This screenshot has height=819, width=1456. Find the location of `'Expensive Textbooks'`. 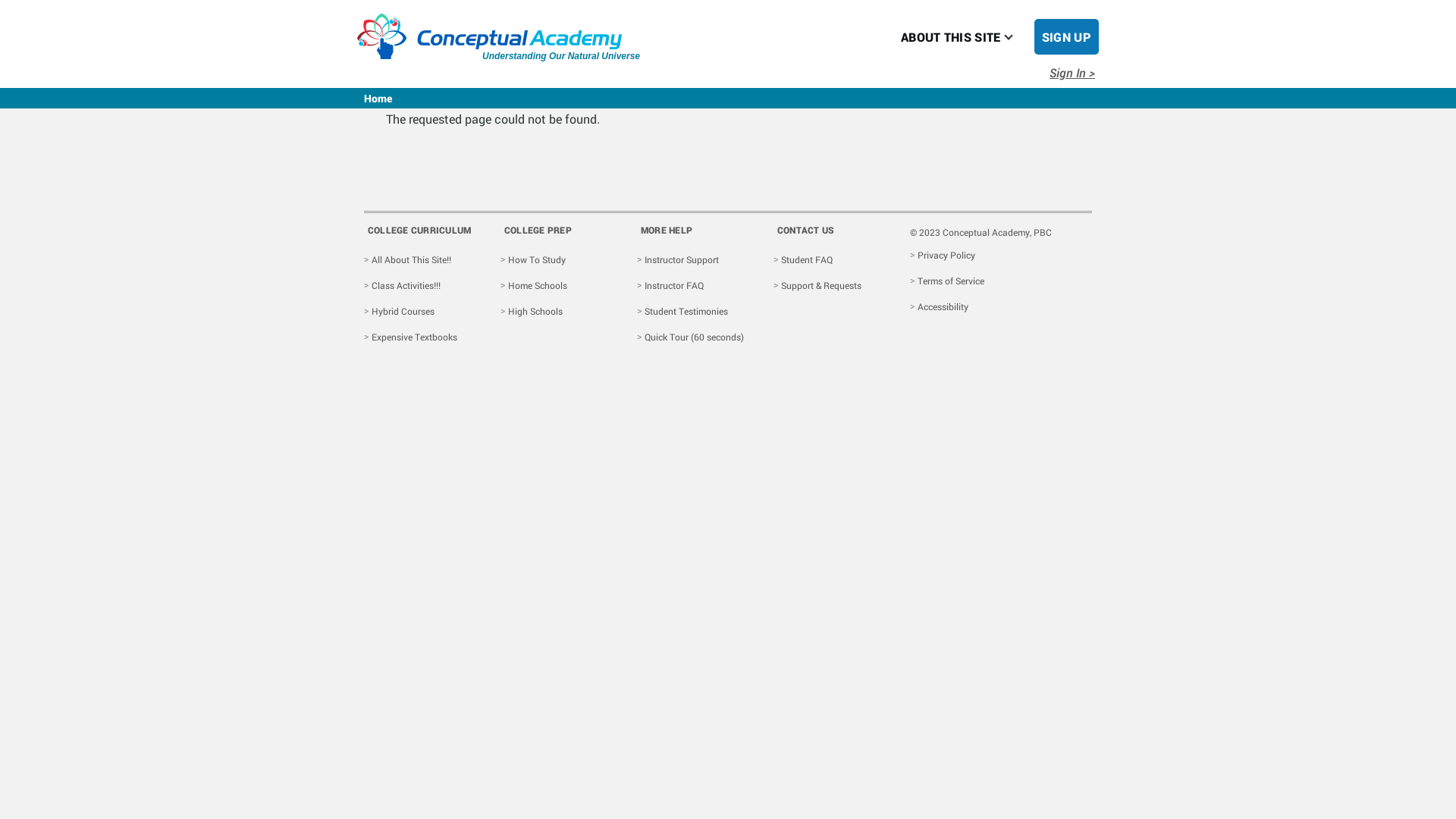

'Expensive Textbooks' is located at coordinates (414, 335).